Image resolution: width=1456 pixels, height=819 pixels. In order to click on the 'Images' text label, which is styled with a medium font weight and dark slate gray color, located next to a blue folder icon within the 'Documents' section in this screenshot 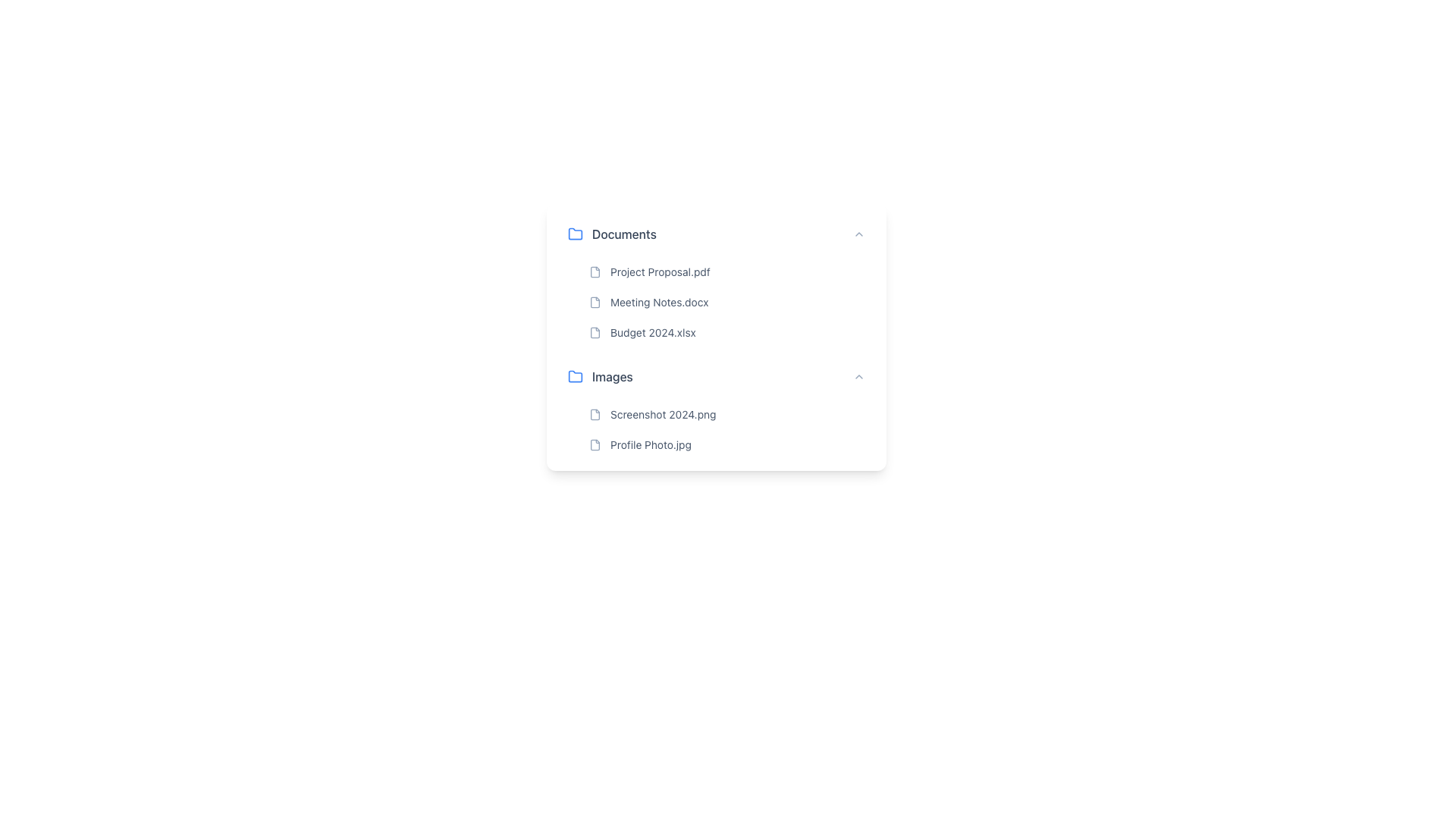, I will do `click(612, 376)`.